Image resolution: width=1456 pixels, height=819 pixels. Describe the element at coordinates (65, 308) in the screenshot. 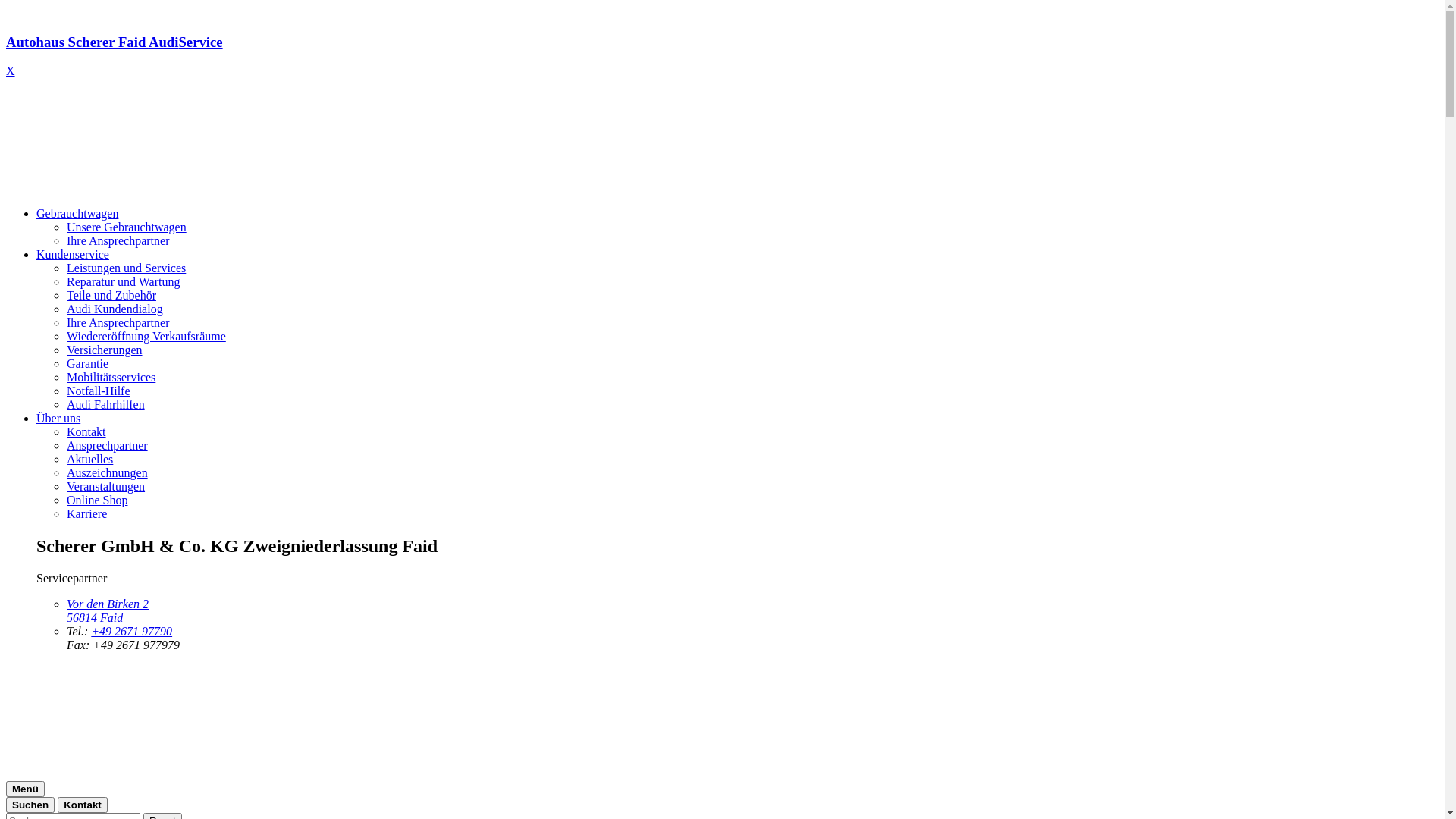

I see `'Audi Kundendialog'` at that location.